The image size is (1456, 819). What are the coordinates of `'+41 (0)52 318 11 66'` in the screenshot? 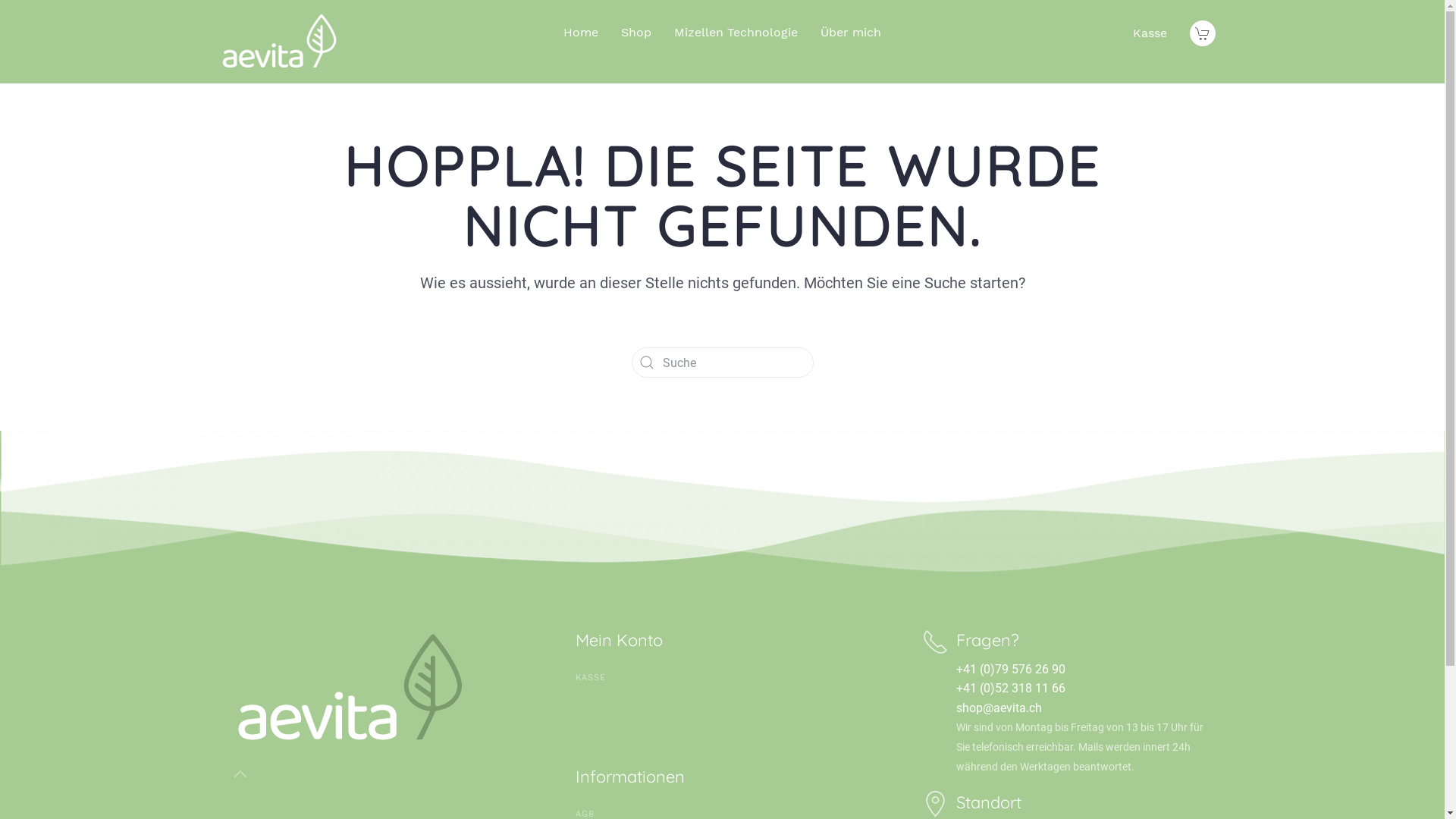 It's located at (1011, 688).